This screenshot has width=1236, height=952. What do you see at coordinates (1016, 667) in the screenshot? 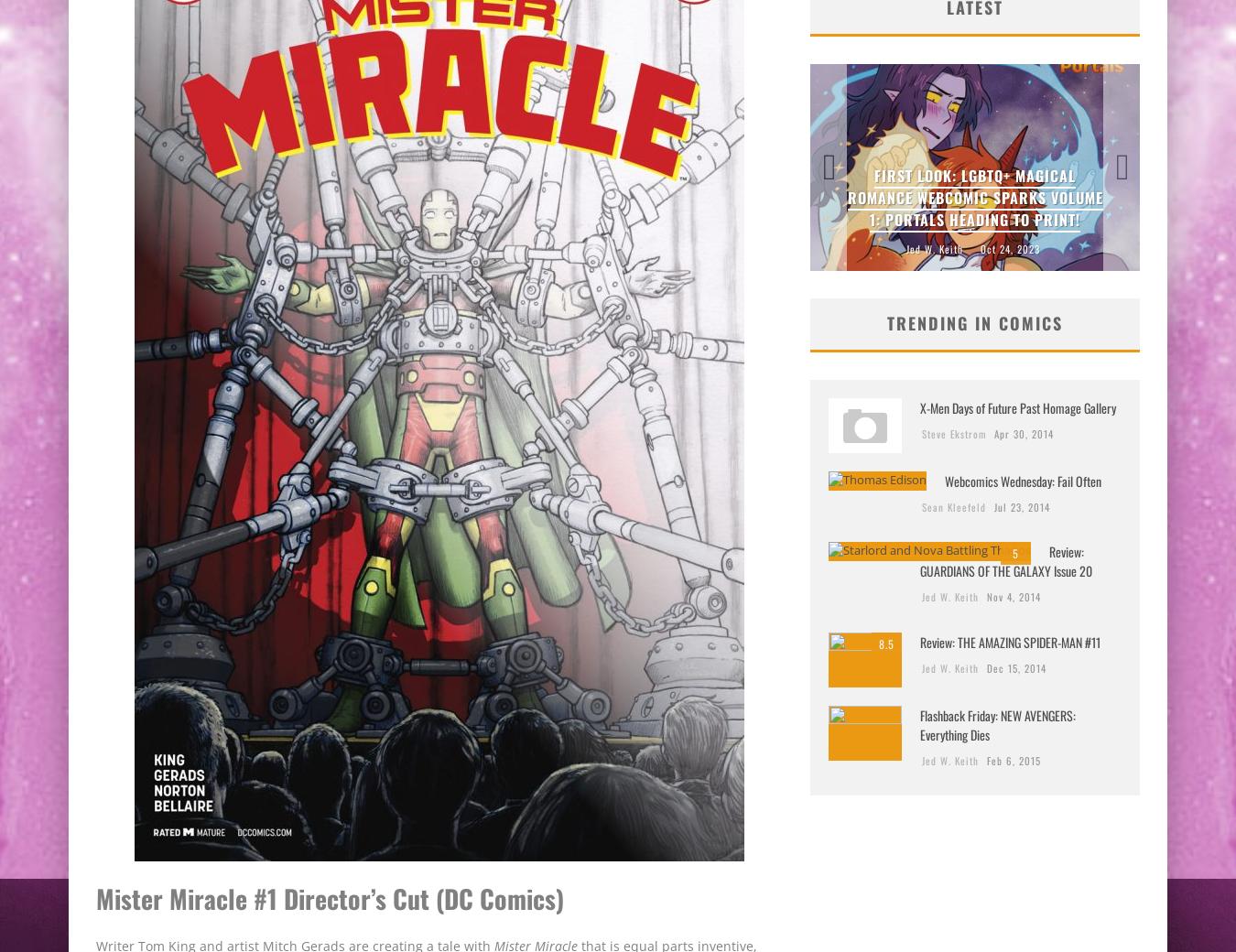
I see `'Dec 15, 2014'` at bounding box center [1016, 667].